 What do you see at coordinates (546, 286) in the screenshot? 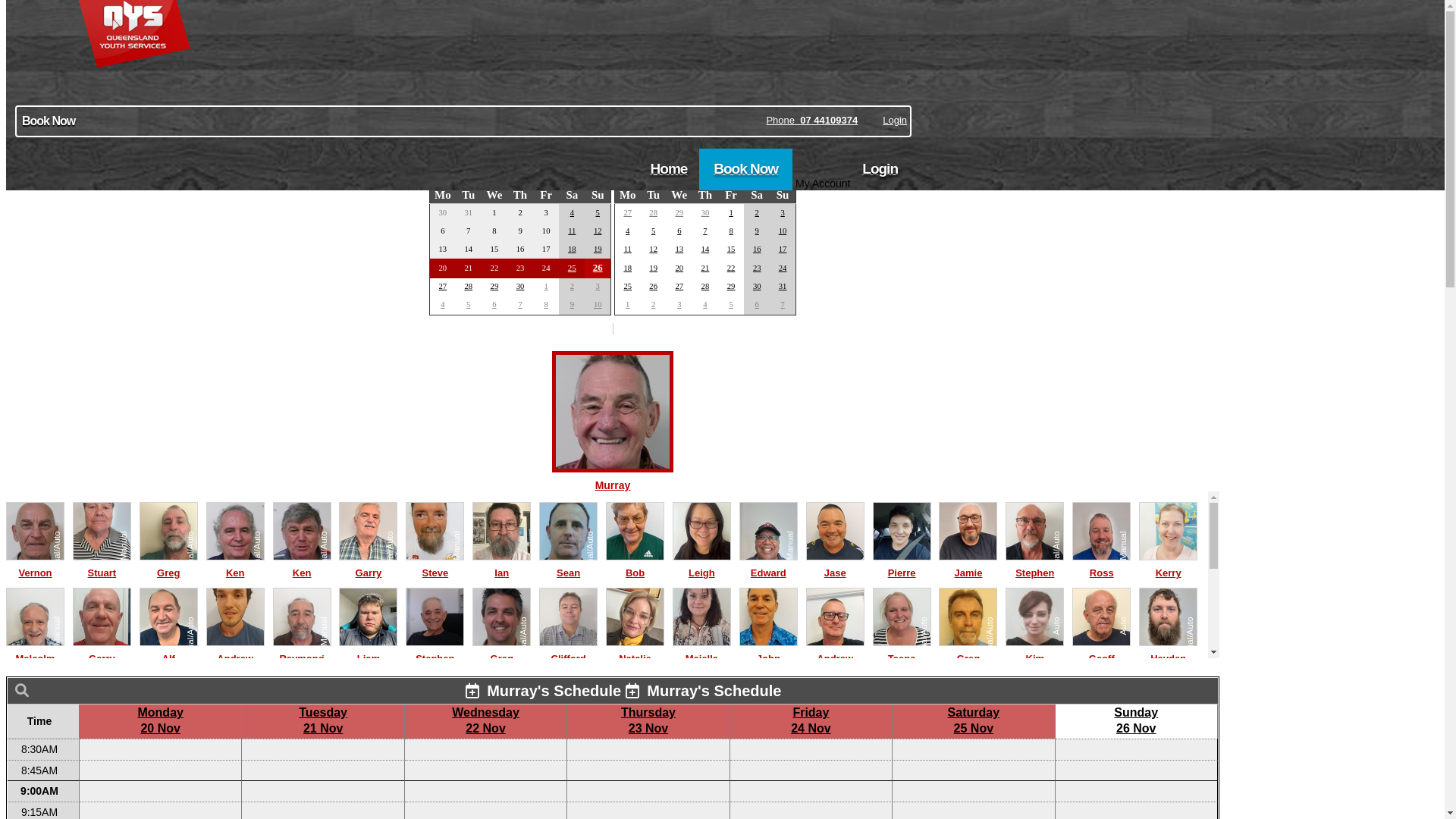
I see `'1'` at bounding box center [546, 286].